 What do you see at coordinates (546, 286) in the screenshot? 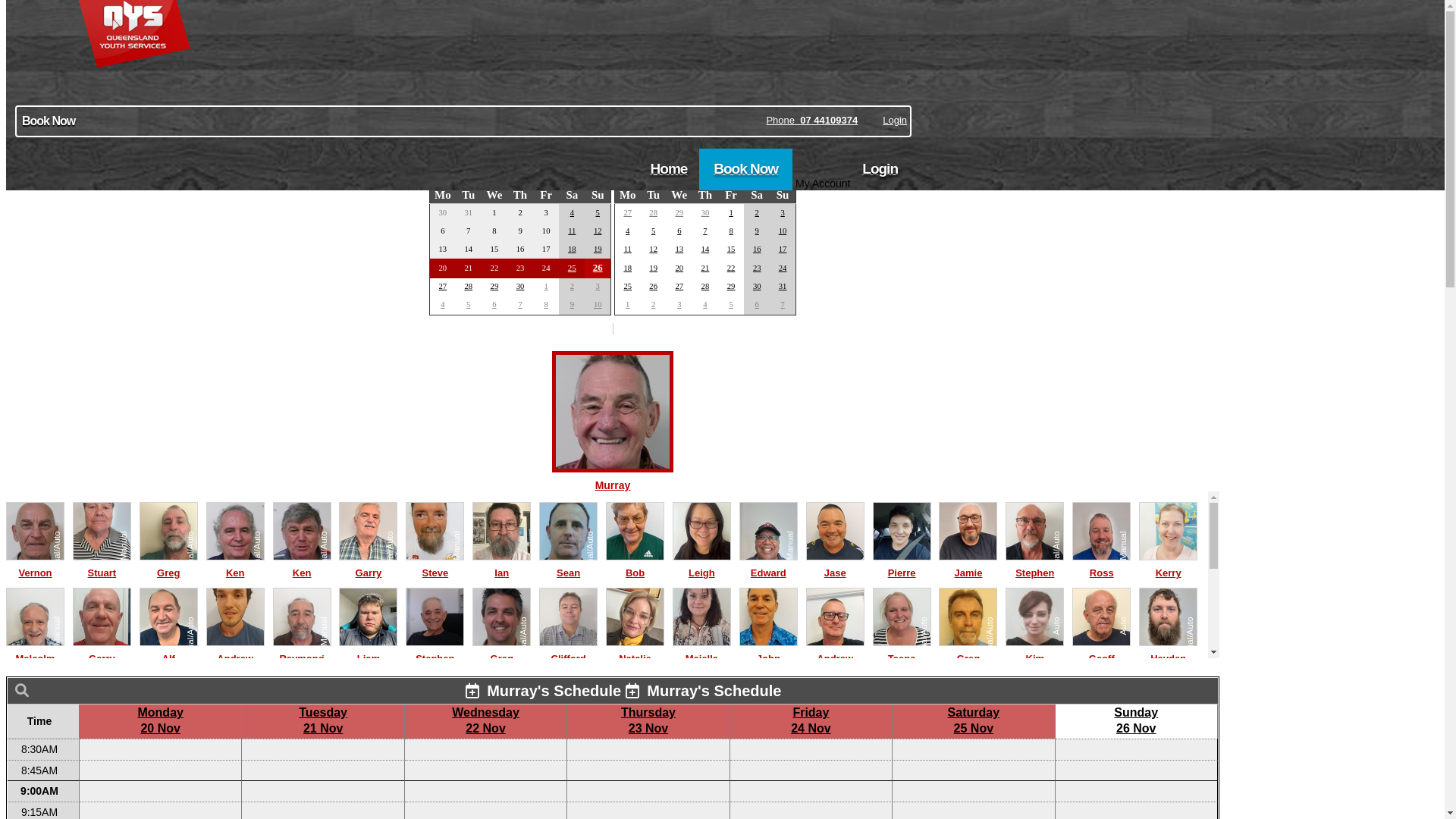
I see `'1'` at bounding box center [546, 286].